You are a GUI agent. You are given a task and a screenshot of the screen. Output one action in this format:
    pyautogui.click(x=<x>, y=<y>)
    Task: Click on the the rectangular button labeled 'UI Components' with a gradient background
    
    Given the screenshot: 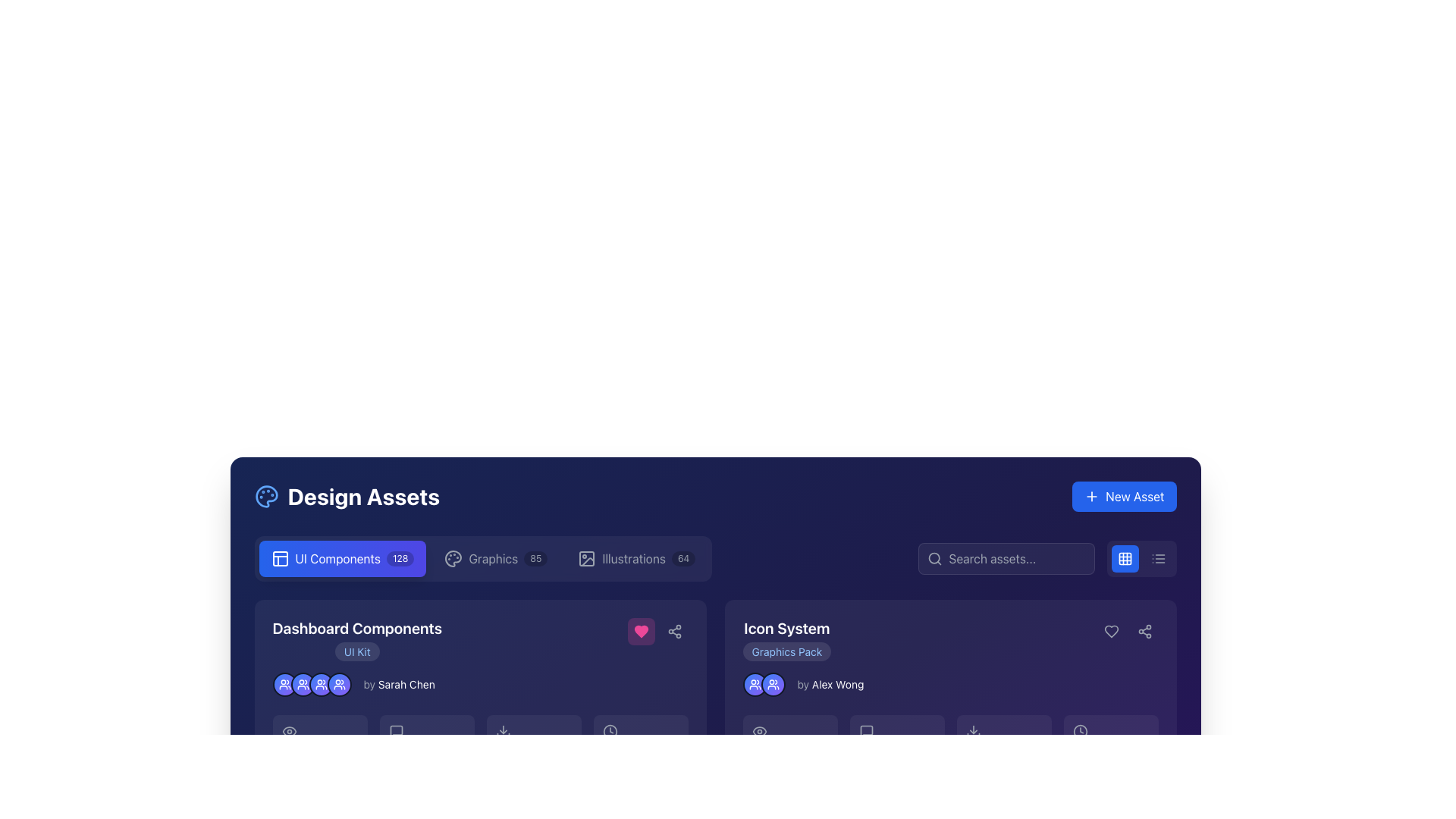 What is the action you would take?
    pyautogui.click(x=341, y=558)
    